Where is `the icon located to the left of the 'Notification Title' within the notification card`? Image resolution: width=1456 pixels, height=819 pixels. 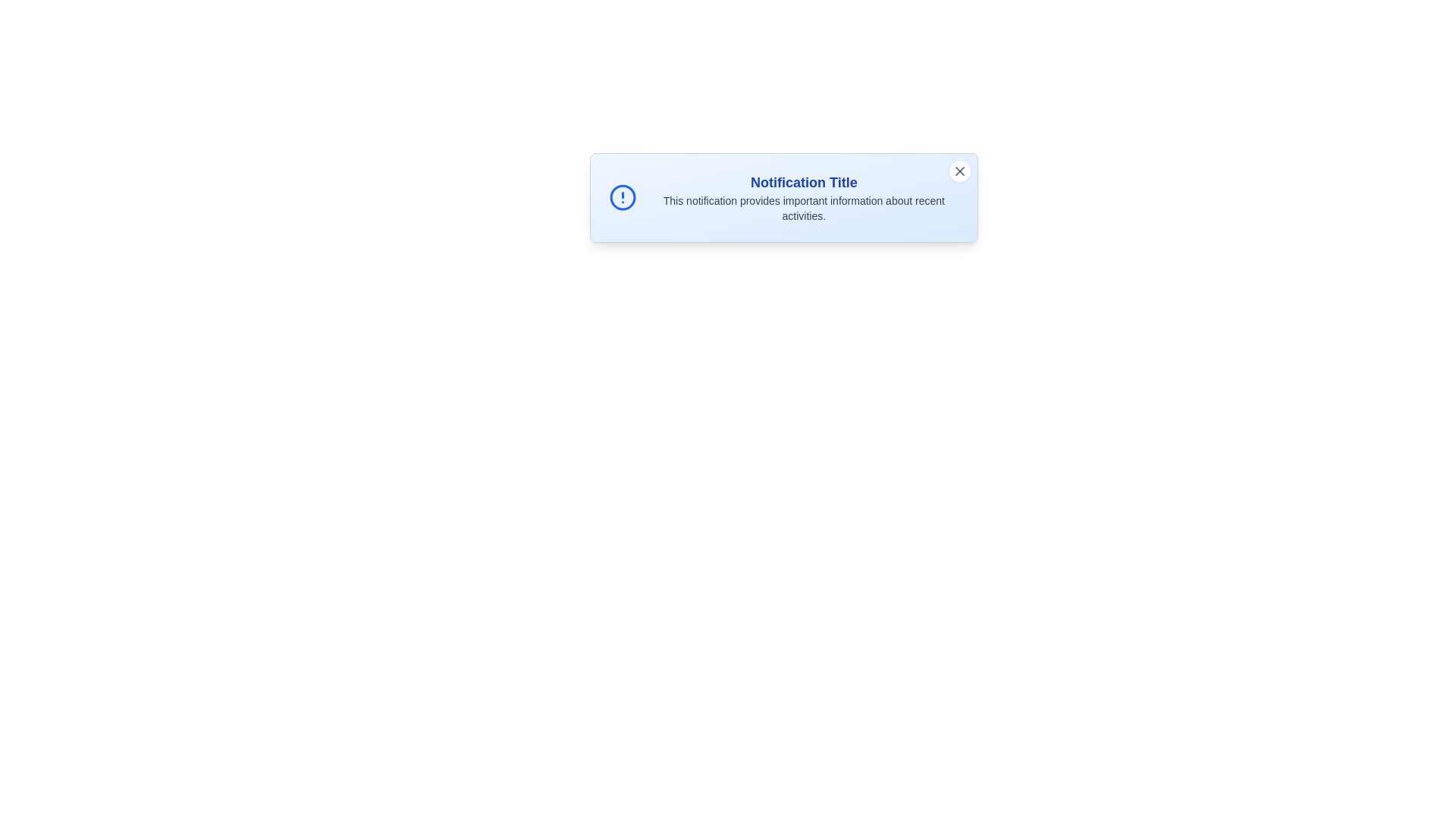 the icon located to the left of the 'Notification Title' within the notification card is located at coordinates (623, 197).